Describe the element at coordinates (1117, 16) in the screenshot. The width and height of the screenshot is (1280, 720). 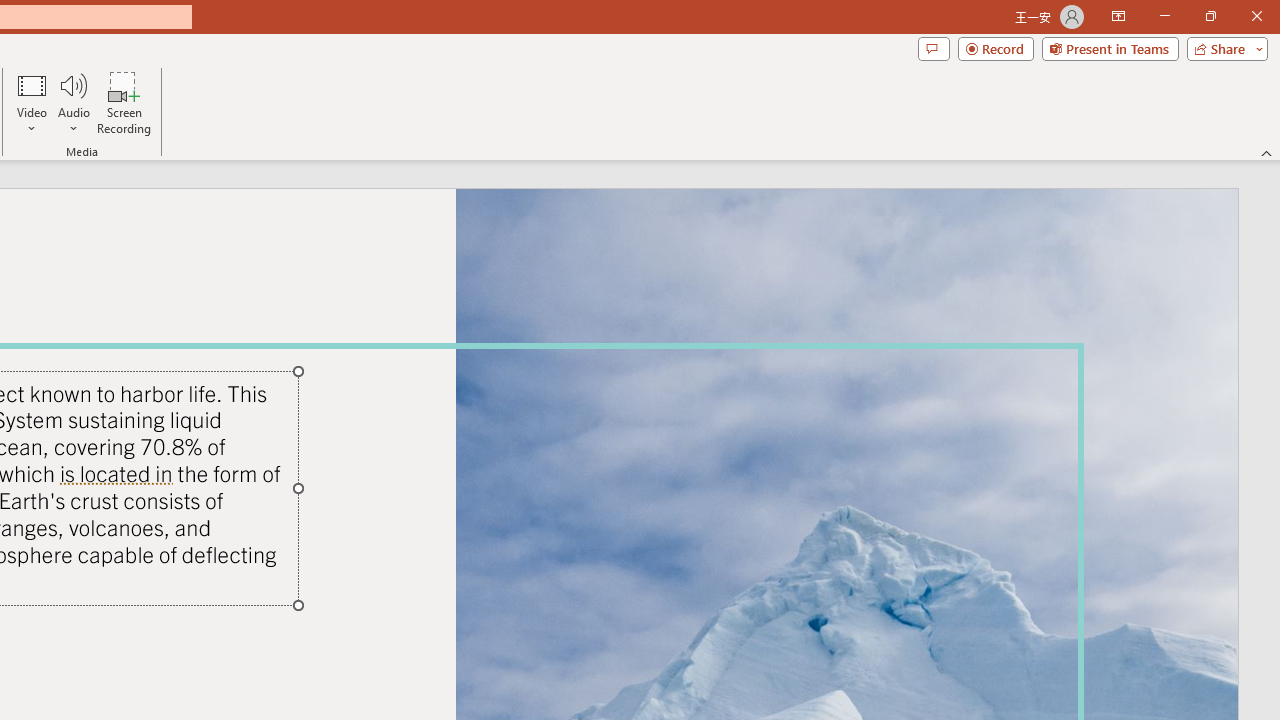
I see `'Ribbon Display Options'` at that location.